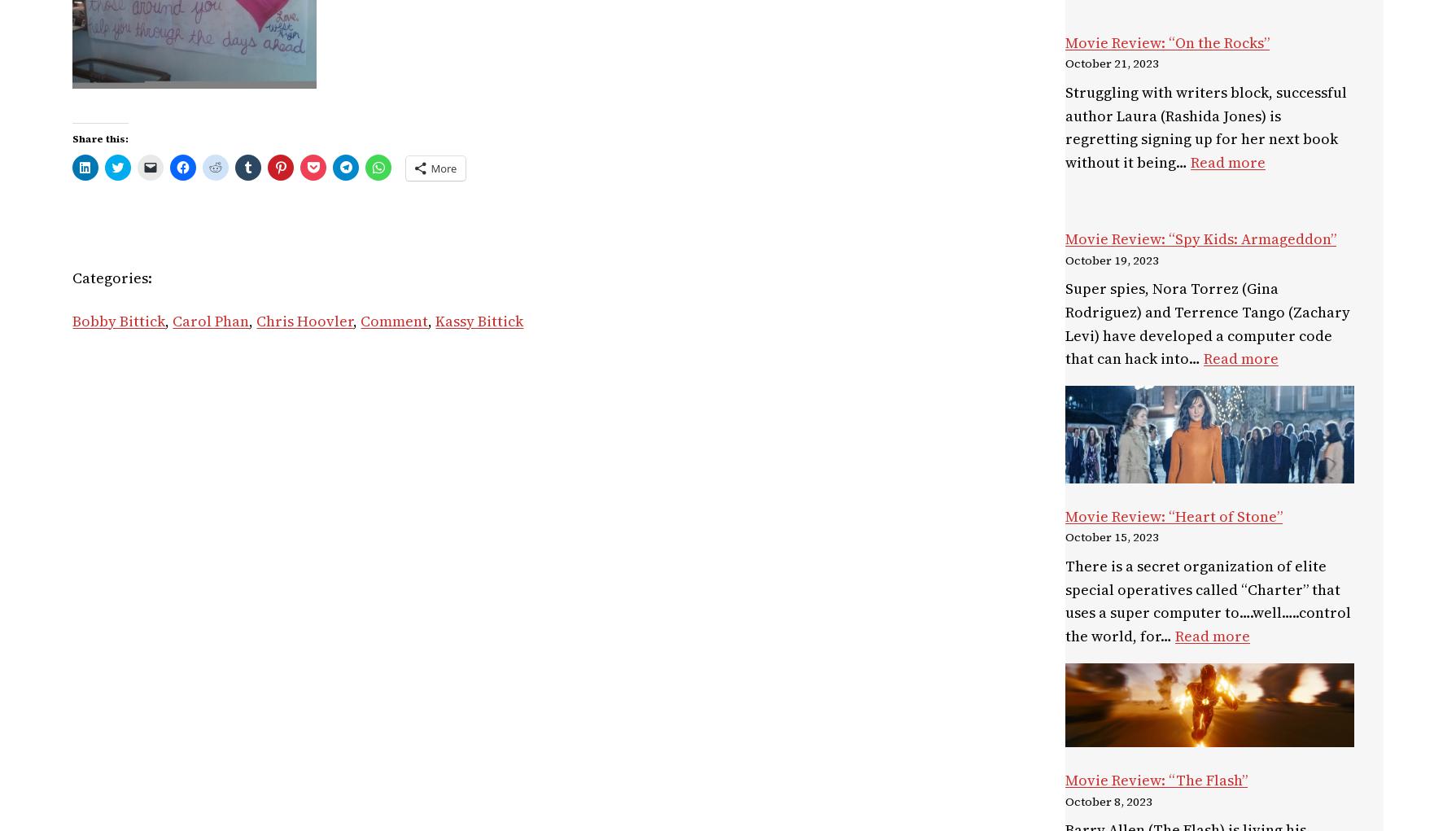  What do you see at coordinates (1156, 779) in the screenshot?
I see `'Movie Review: “The Flash”'` at bounding box center [1156, 779].